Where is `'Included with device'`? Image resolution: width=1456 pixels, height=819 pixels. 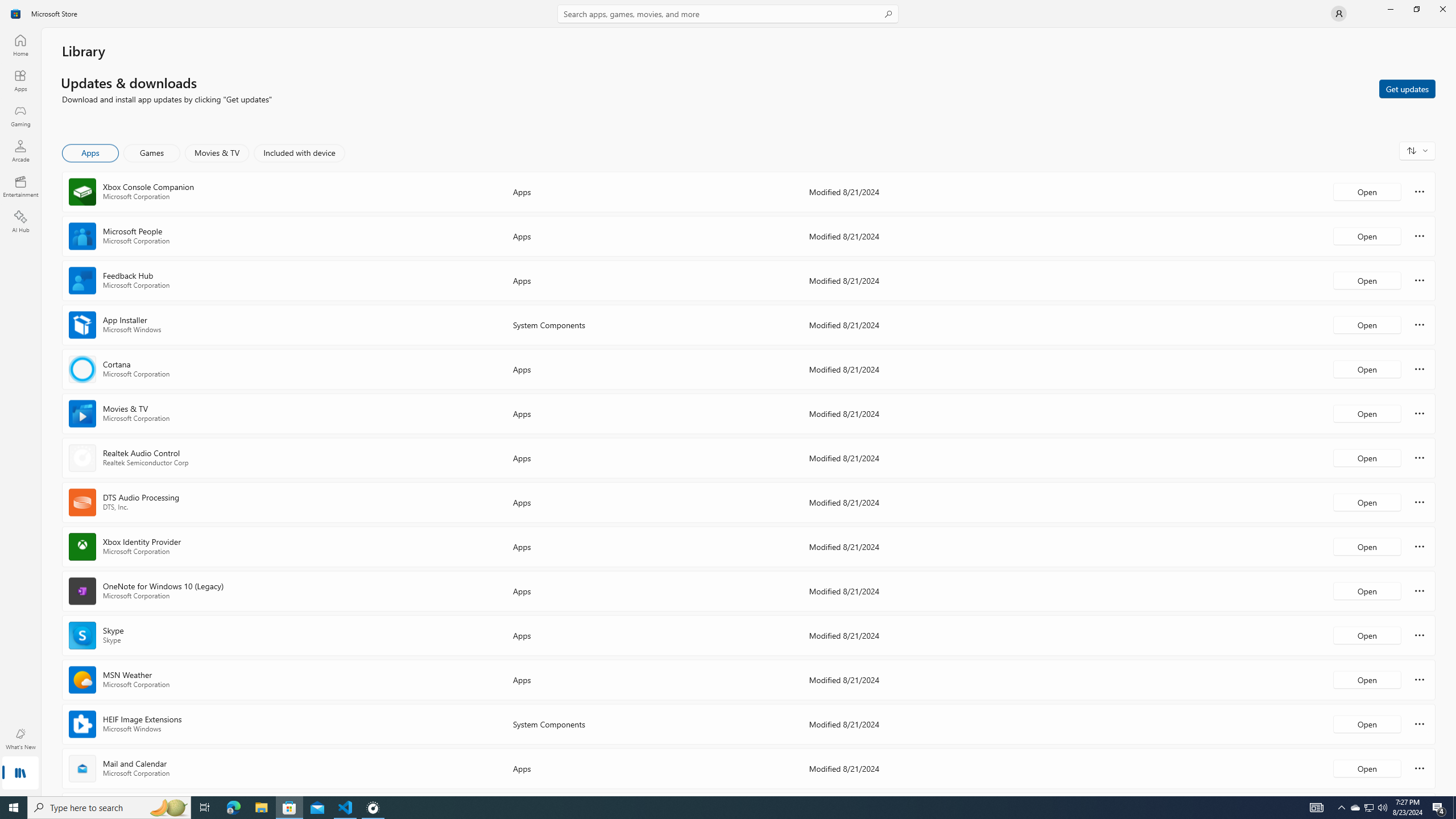
'Included with device' is located at coordinates (299, 152).